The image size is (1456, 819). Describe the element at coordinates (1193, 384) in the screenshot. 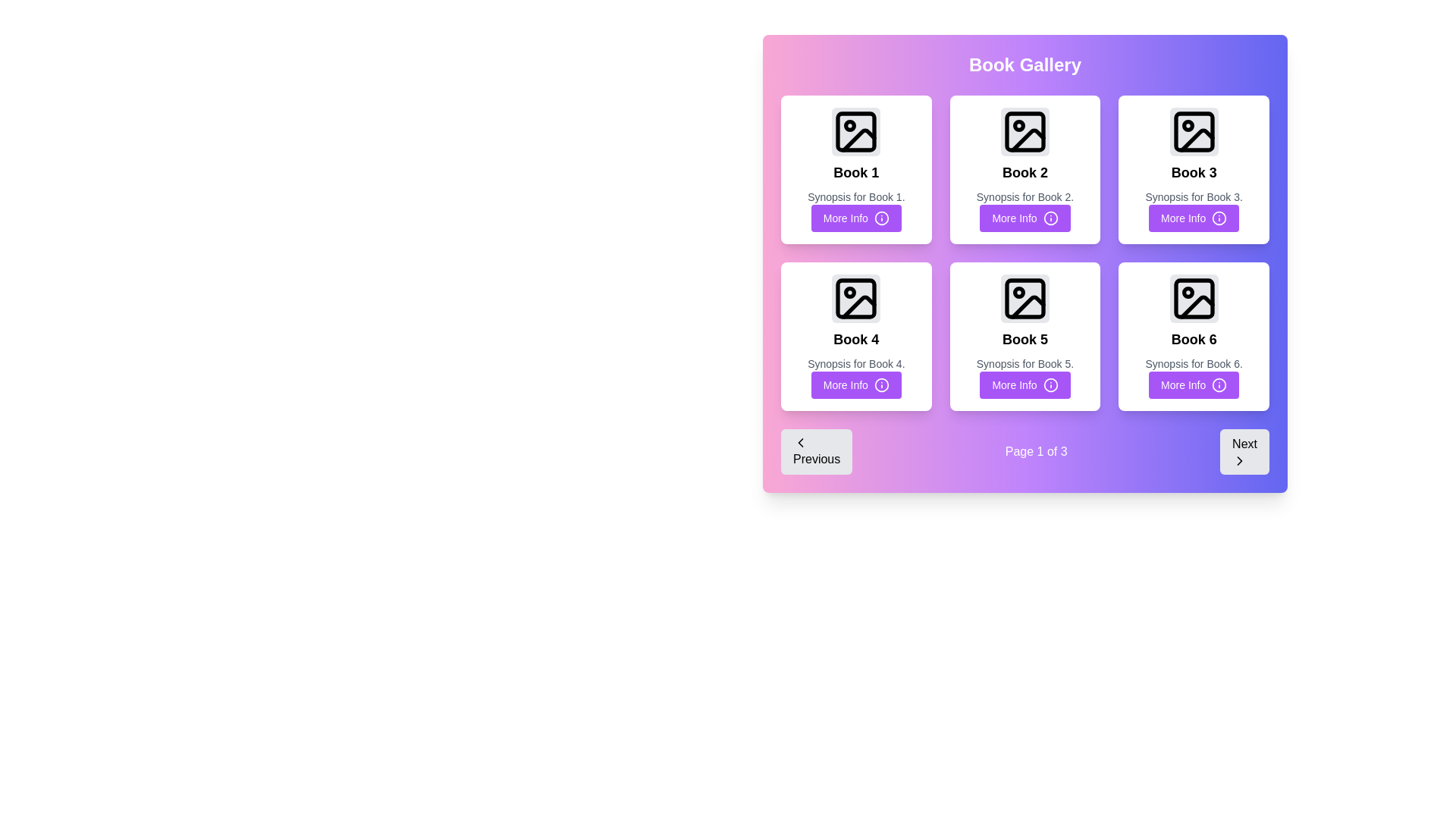

I see `the 'More Info' button located at the bottom of the 'Book 6' card, which features a purple background and white text` at that location.